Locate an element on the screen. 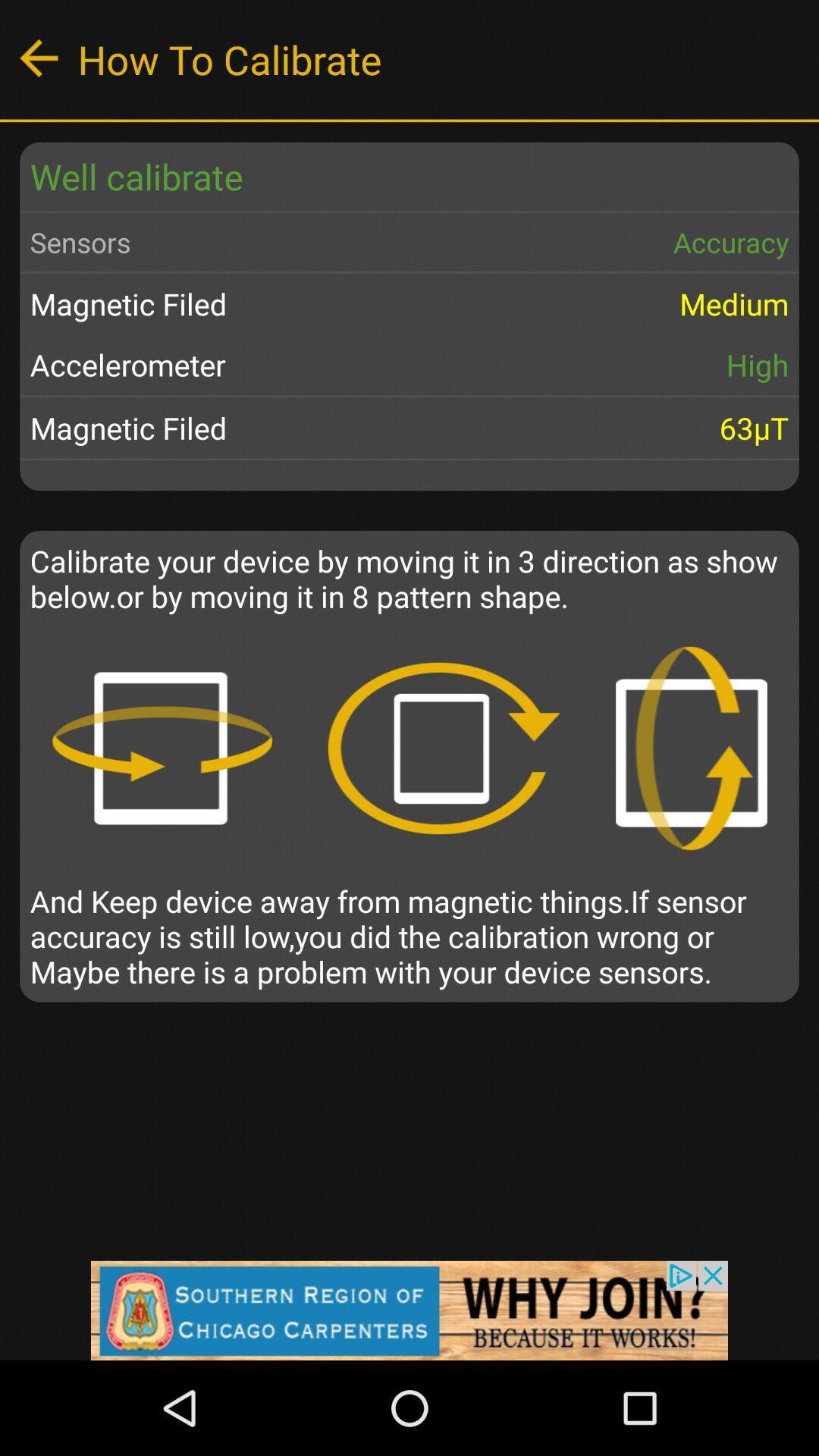  the arrow_backward icon is located at coordinates (38, 58).